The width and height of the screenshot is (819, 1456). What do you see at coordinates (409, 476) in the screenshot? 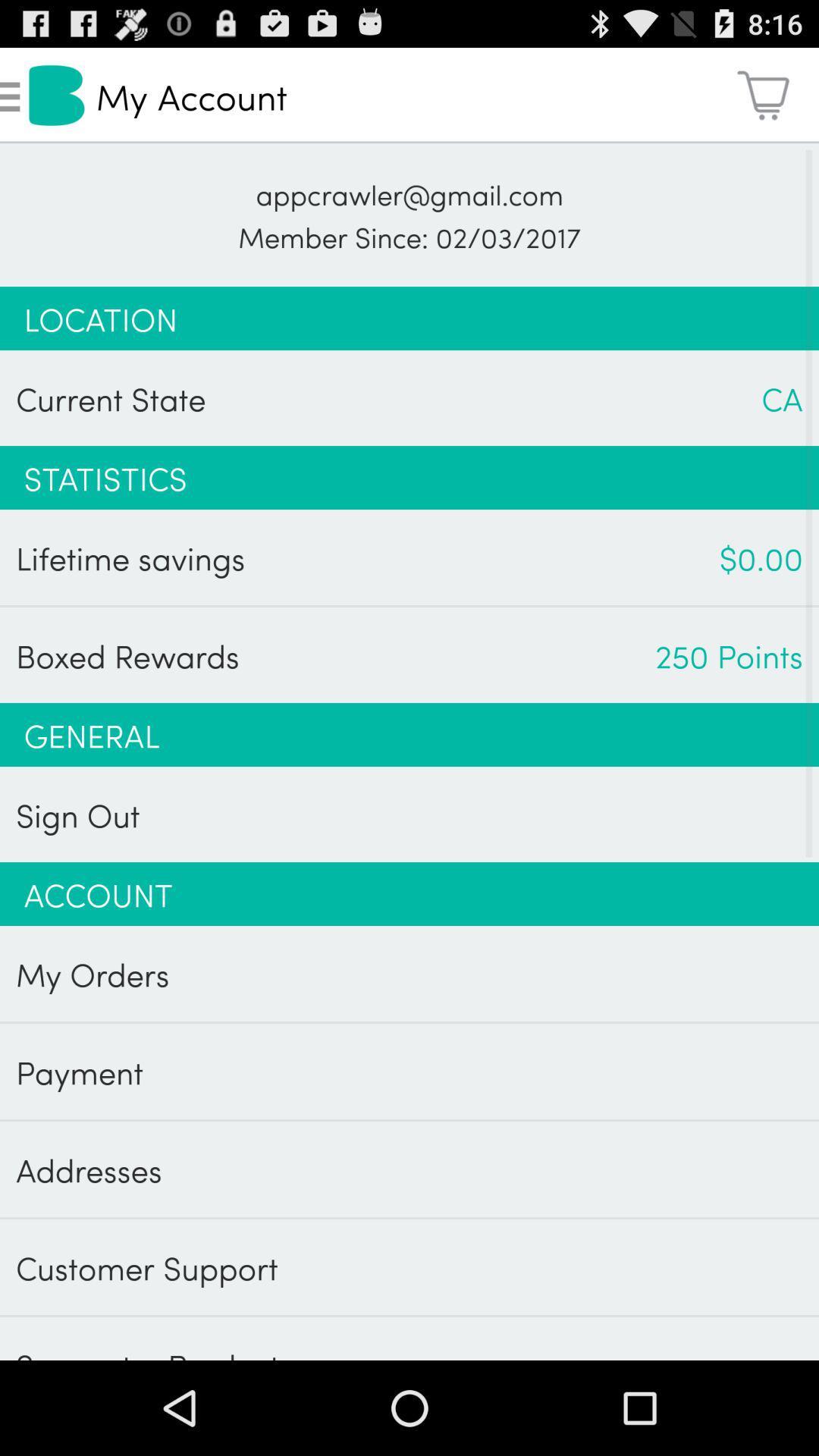
I see `the app above lifetime savings` at bounding box center [409, 476].